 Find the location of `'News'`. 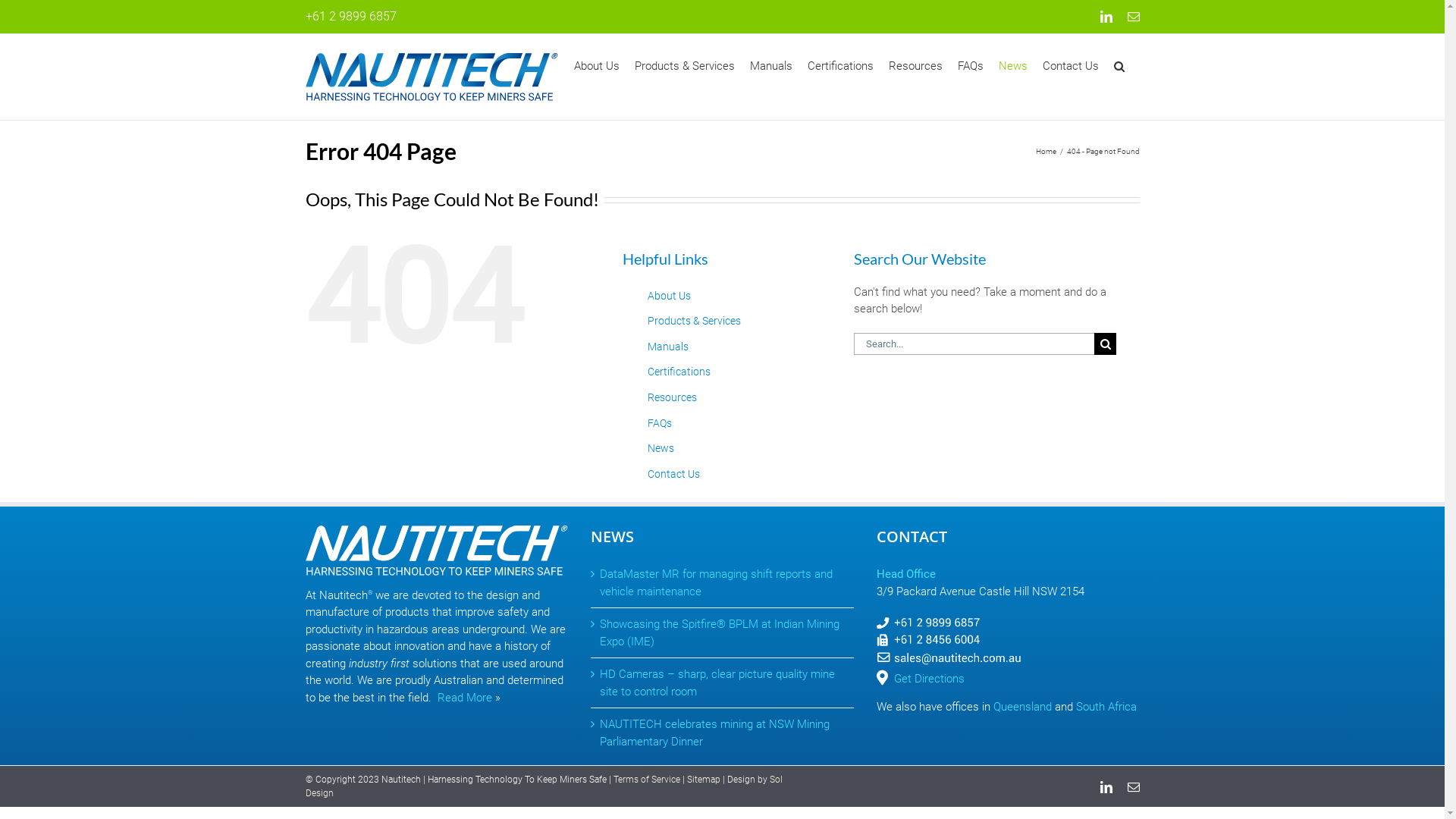

'News' is located at coordinates (661, 447).